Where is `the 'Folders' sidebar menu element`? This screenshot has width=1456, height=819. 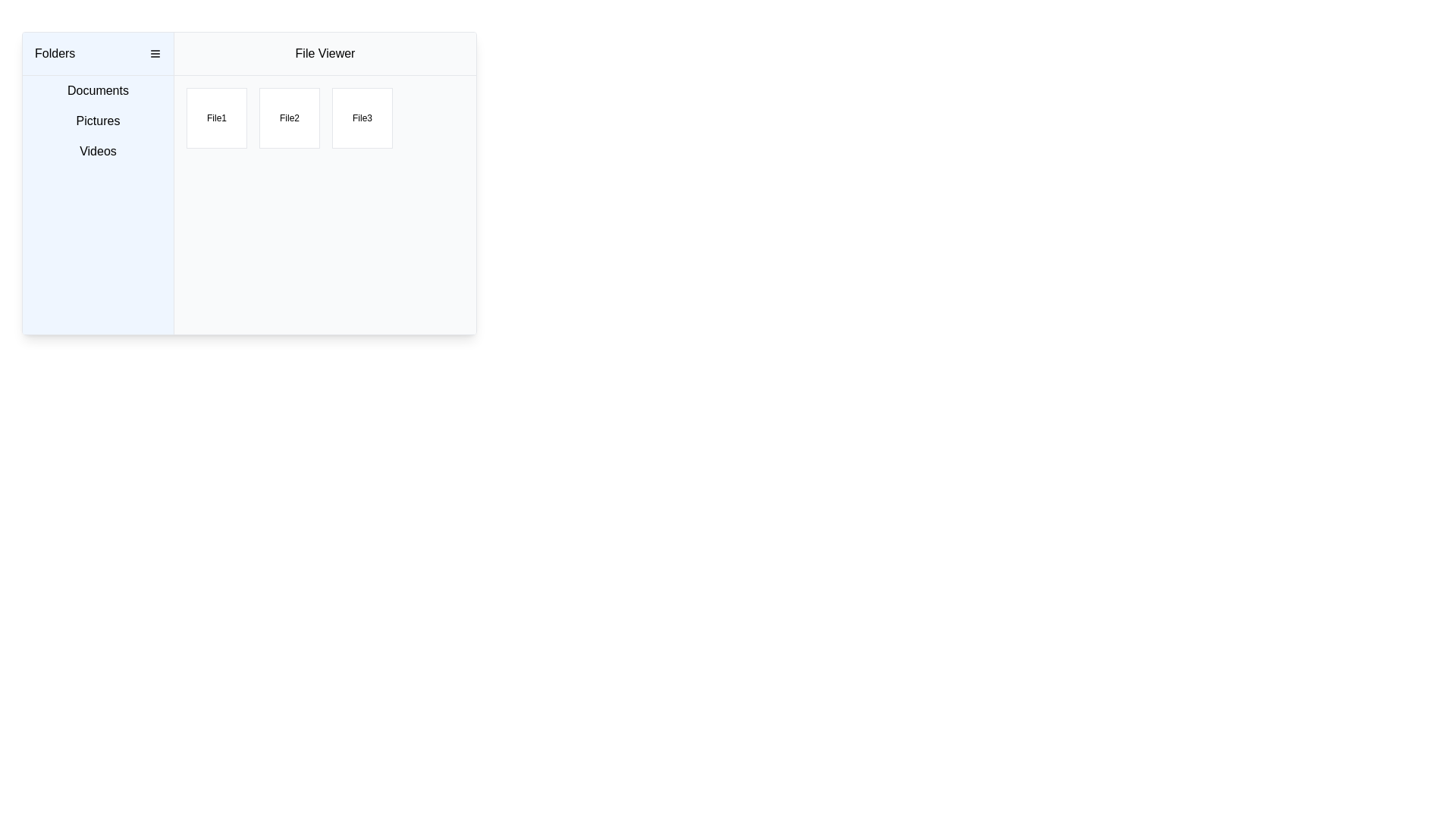
the 'Folders' sidebar menu element is located at coordinates (97, 183).